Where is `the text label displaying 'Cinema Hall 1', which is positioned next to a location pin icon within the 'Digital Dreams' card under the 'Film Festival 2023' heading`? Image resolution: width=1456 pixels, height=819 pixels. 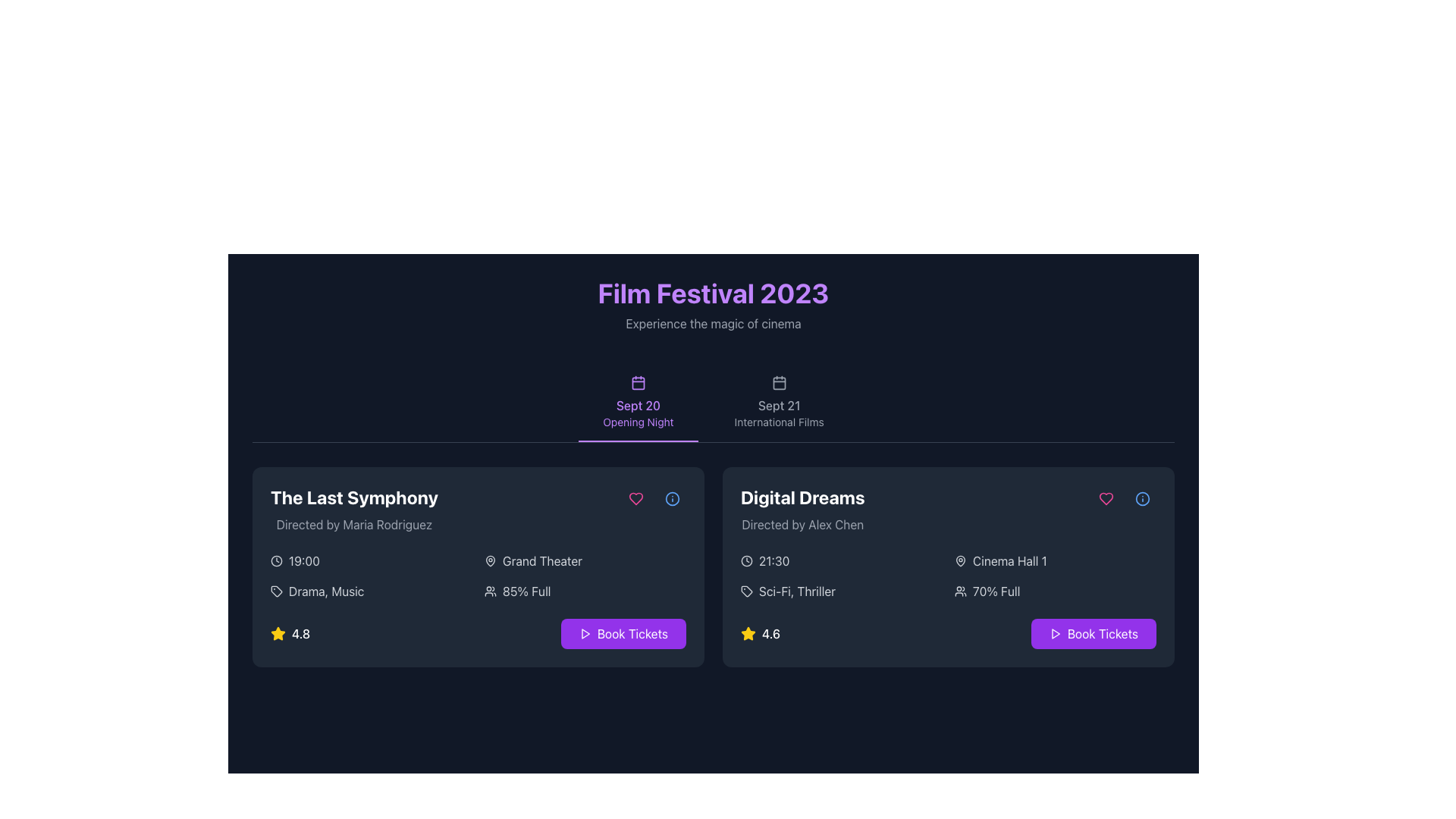 the text label displaying 'Cinema Hall 1', which is positioned next to a location pin icon within the 'Digital Dreams' card under the 'Film Festival 2023' heading is located at coordinates (1009, 561).